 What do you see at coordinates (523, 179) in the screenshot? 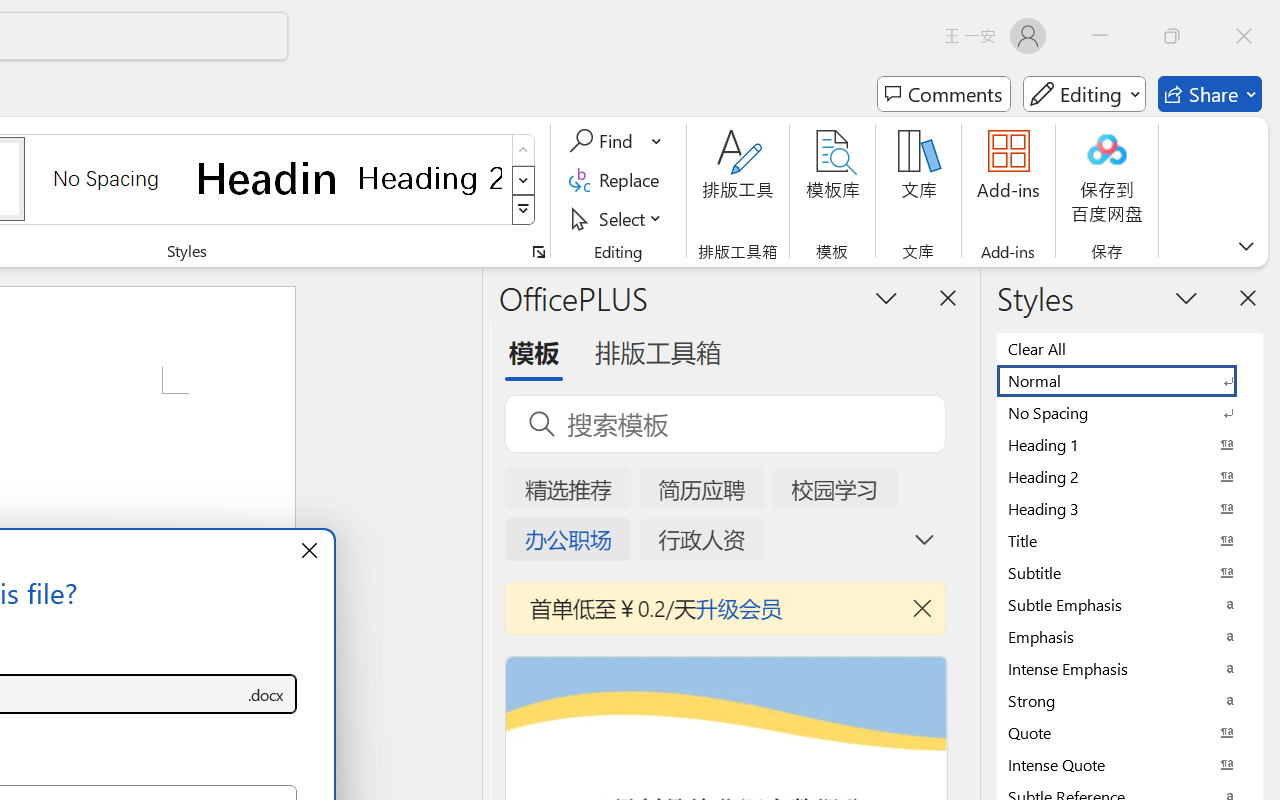
I see `'Row Down'` at bounding box center [523, 179].